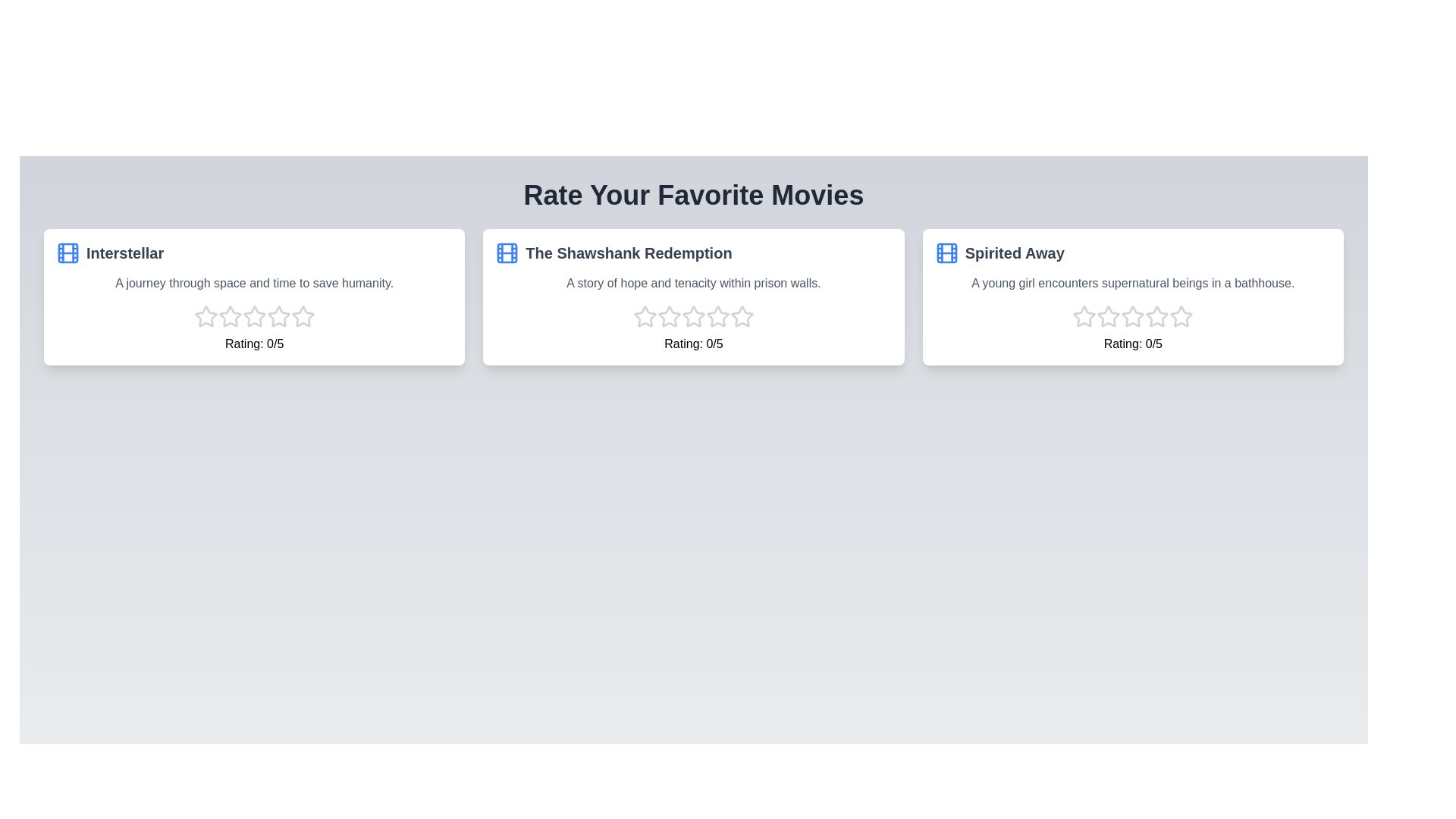 Image resolution: width=1456 pixels, height=819 pixels. I want to click on the star corresponding to the 4 rating for the movie The Shawshank Redemption, so click(717, 315).